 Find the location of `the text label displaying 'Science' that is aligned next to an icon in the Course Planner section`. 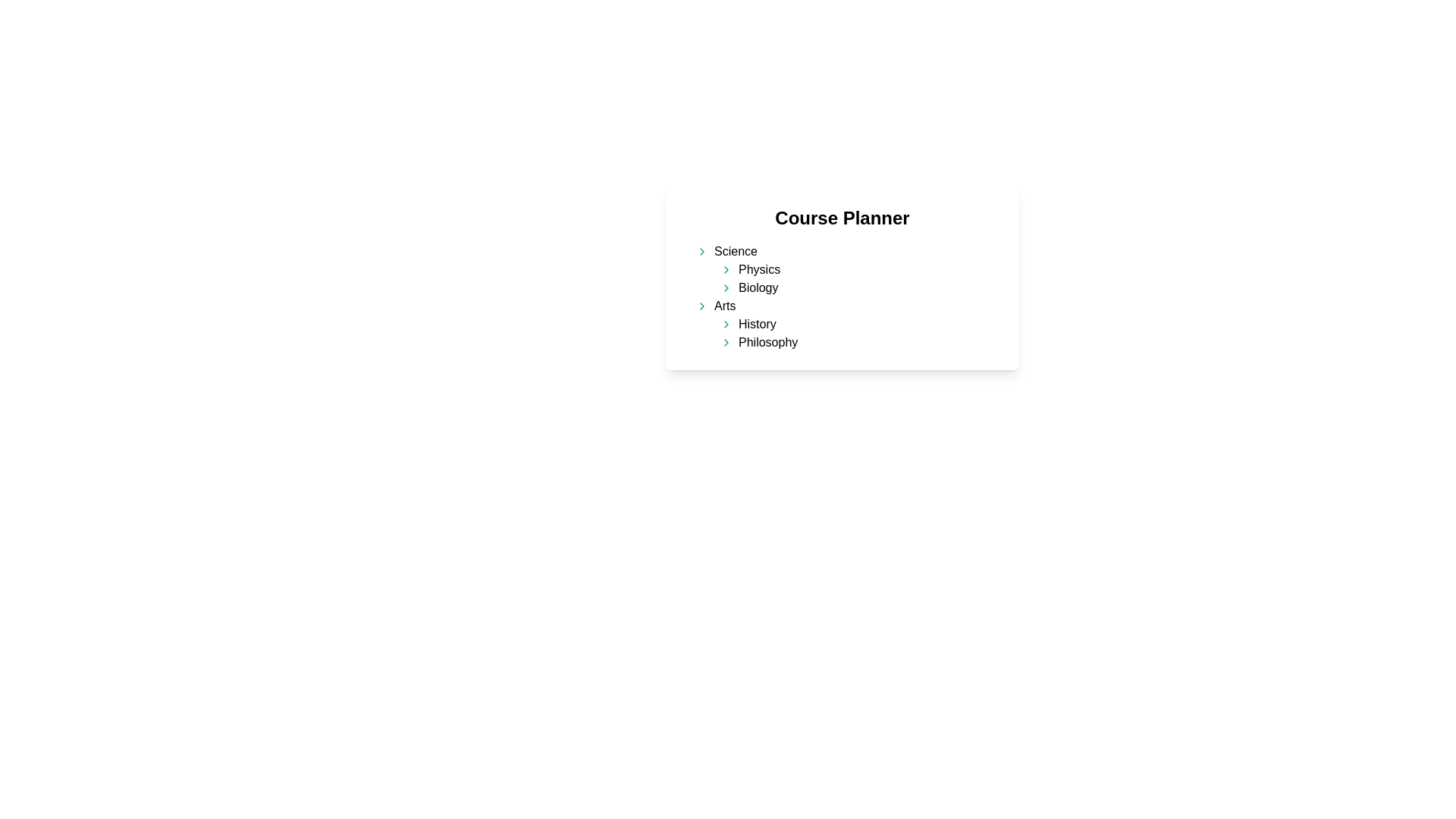

the text label displaying 'Science' that is aligned next to an icon in the Course Planner section is located at coordinates (736, 250).